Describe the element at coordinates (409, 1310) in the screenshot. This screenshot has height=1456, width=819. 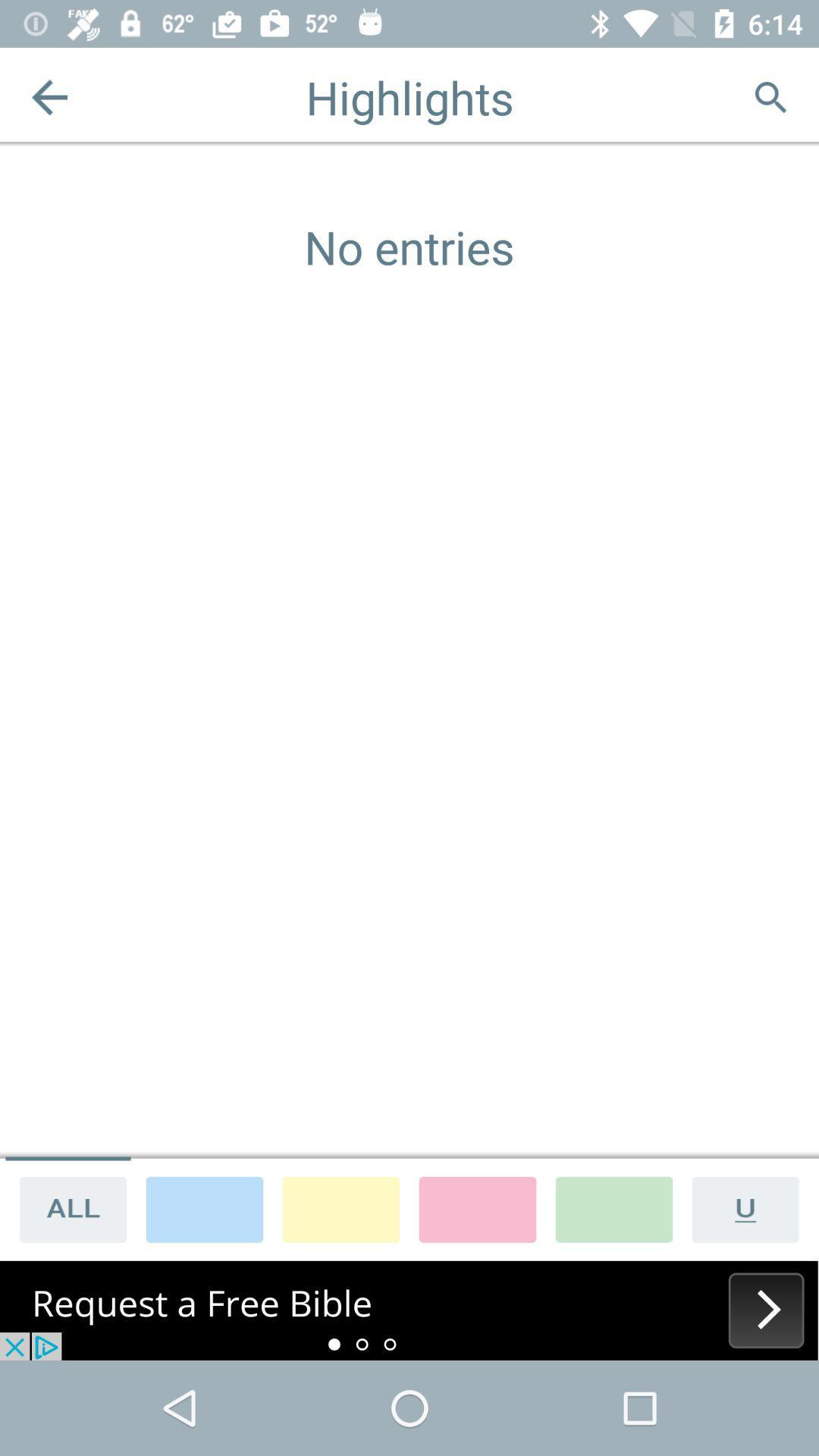
I see `in app advertisement` at that location.